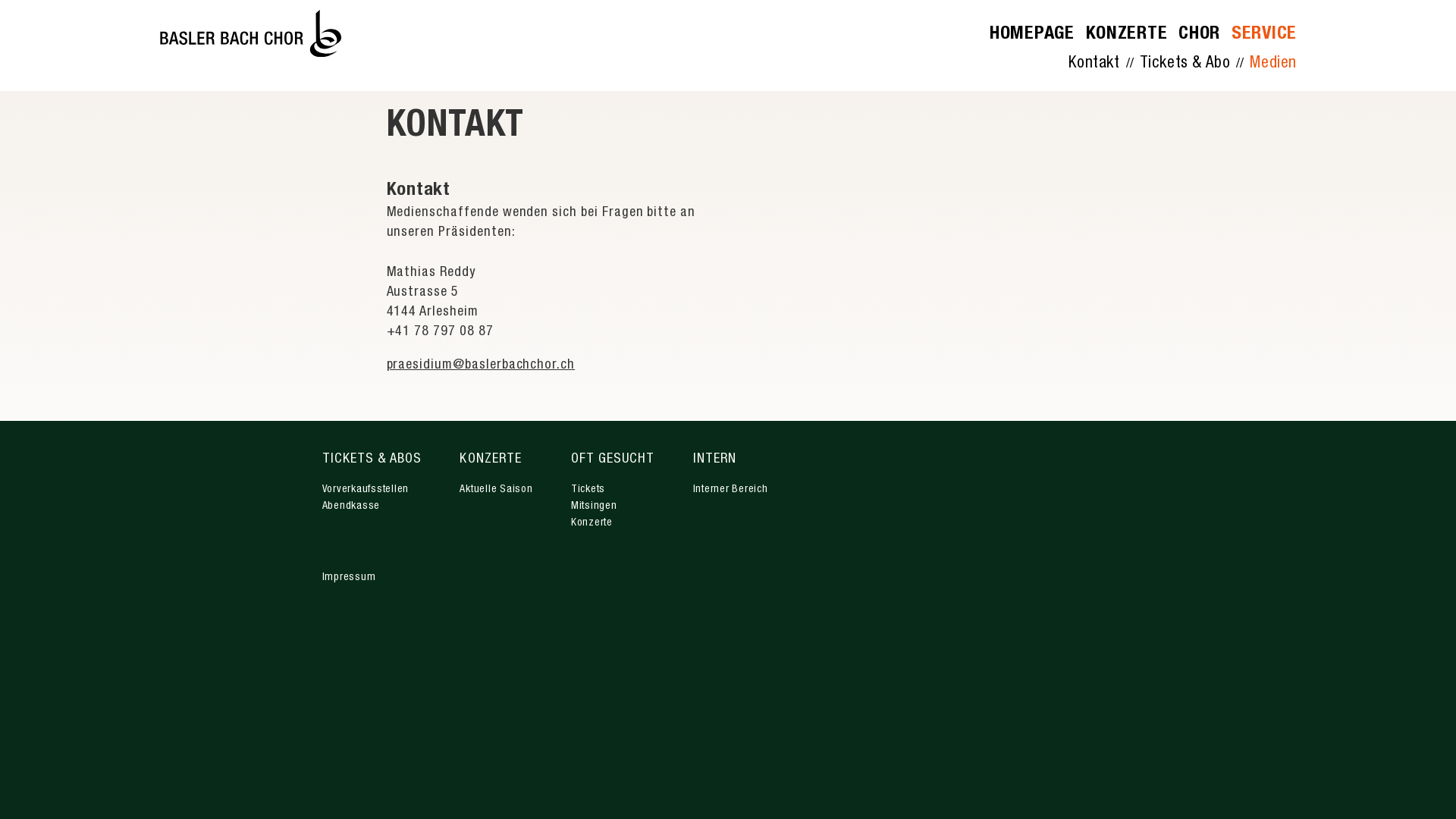  Describe the element at coordinates (480, 366) in the screenshot. I see `'praesidium@baslerbachchor.ch'` at that location.